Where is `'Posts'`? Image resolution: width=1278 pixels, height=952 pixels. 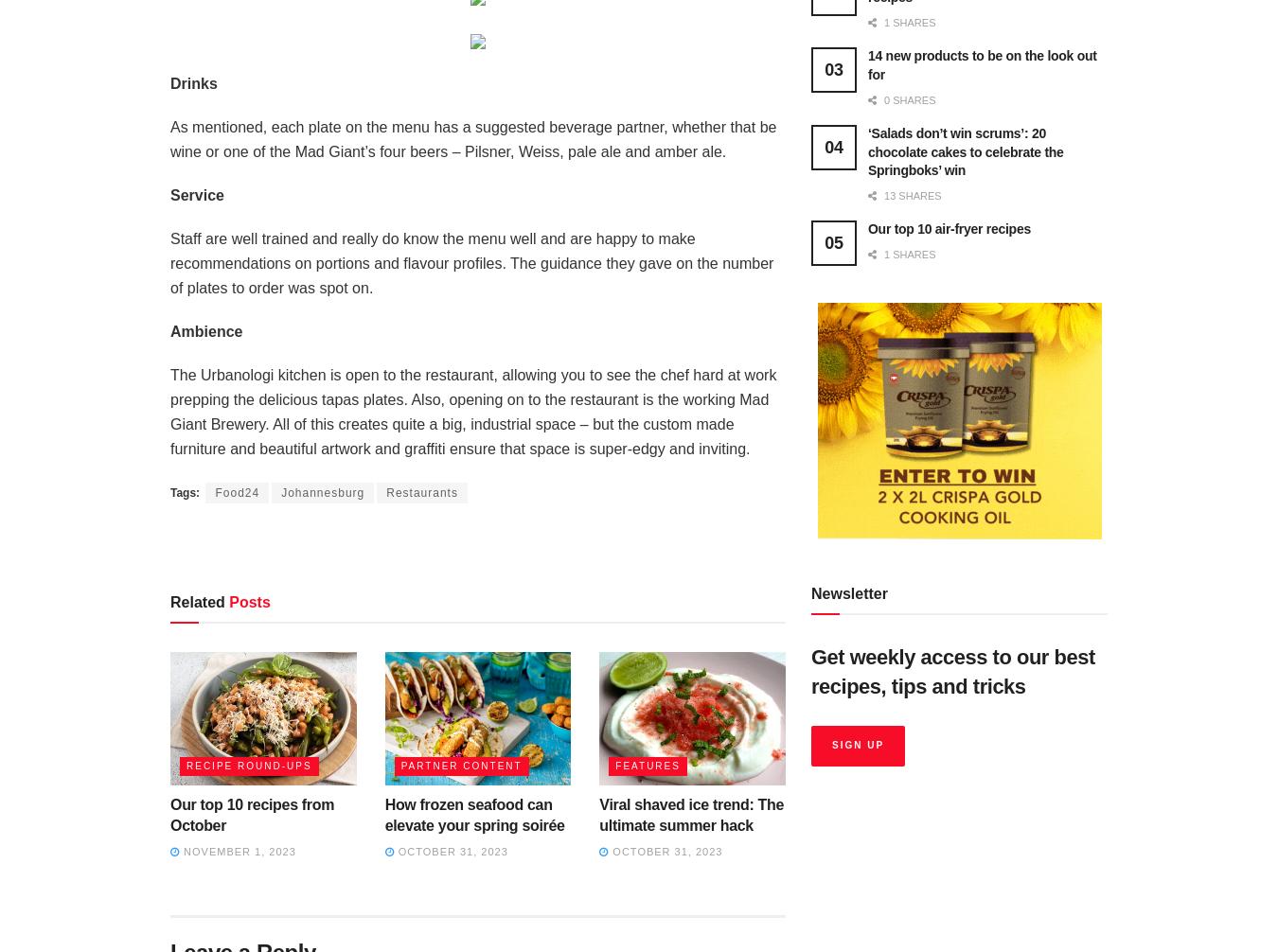
'Posts' is located at coordinates (223, 601).